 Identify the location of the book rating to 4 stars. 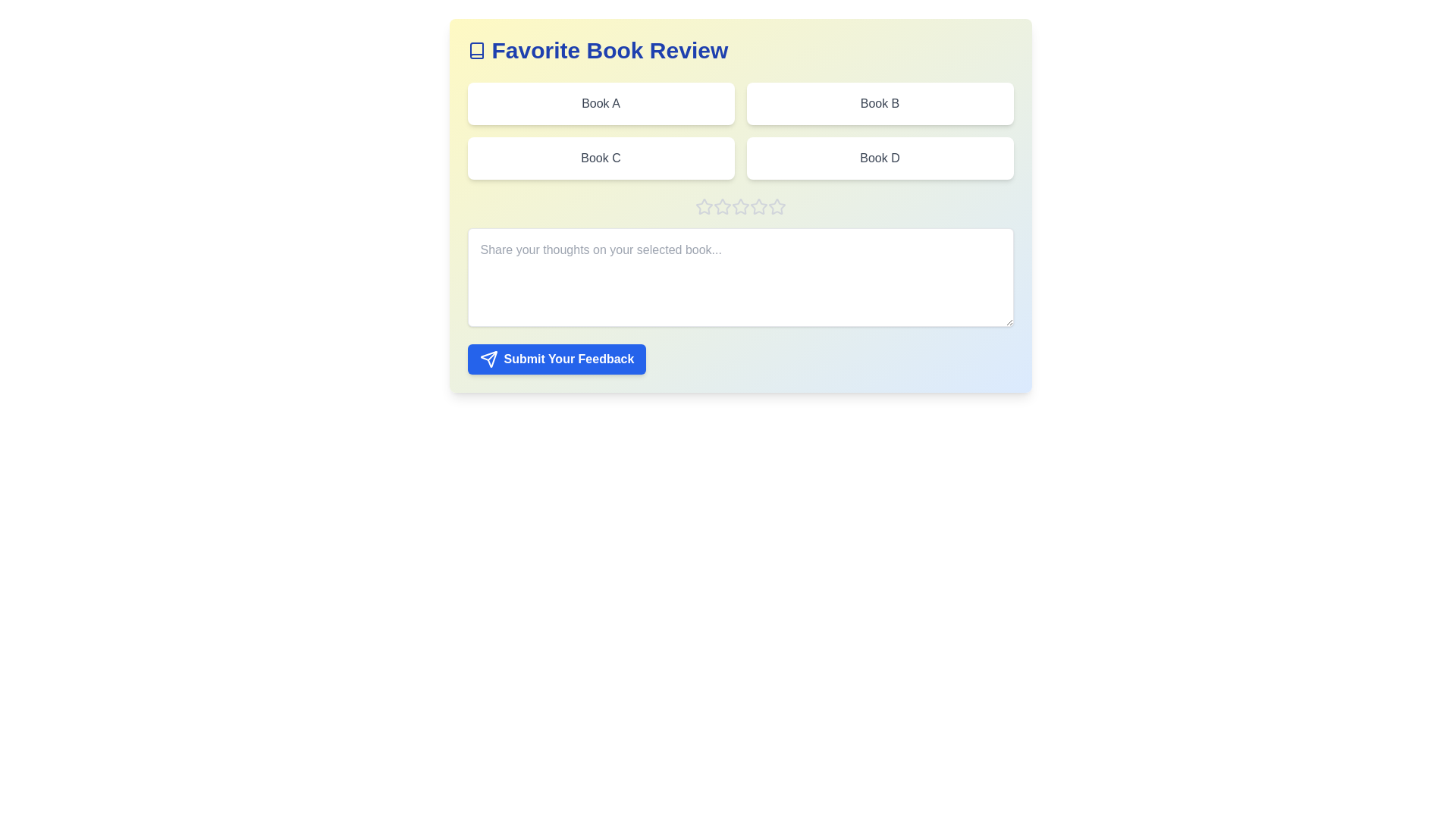
(758, 207).